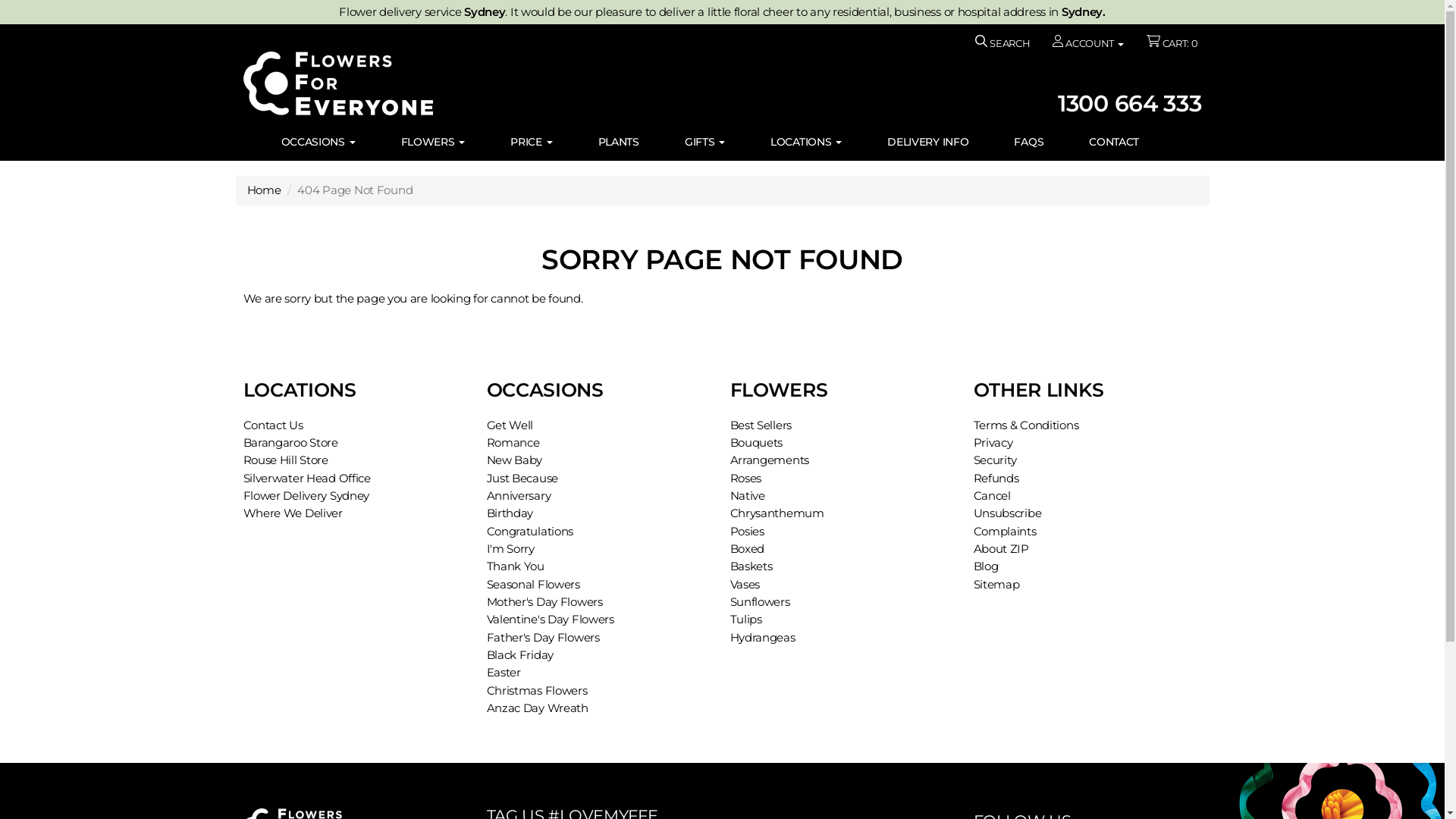  I want to click on 'SEARCH', so click(963, 42).